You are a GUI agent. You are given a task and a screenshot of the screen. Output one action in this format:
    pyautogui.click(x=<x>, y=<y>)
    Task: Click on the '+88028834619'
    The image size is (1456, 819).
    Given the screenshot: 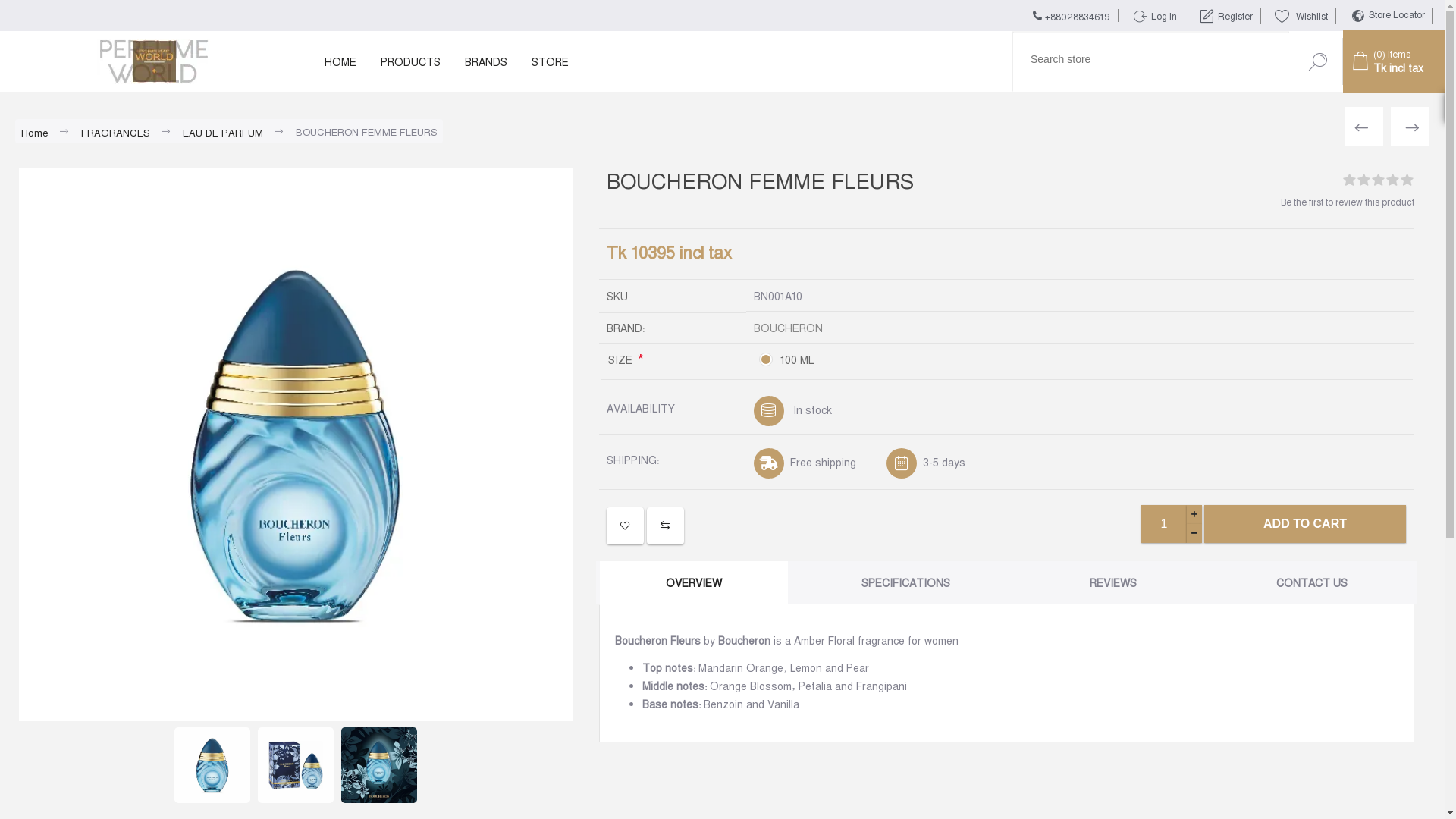 What is the action you would take?
    pyautogui.click(x=1070, y=14)
    